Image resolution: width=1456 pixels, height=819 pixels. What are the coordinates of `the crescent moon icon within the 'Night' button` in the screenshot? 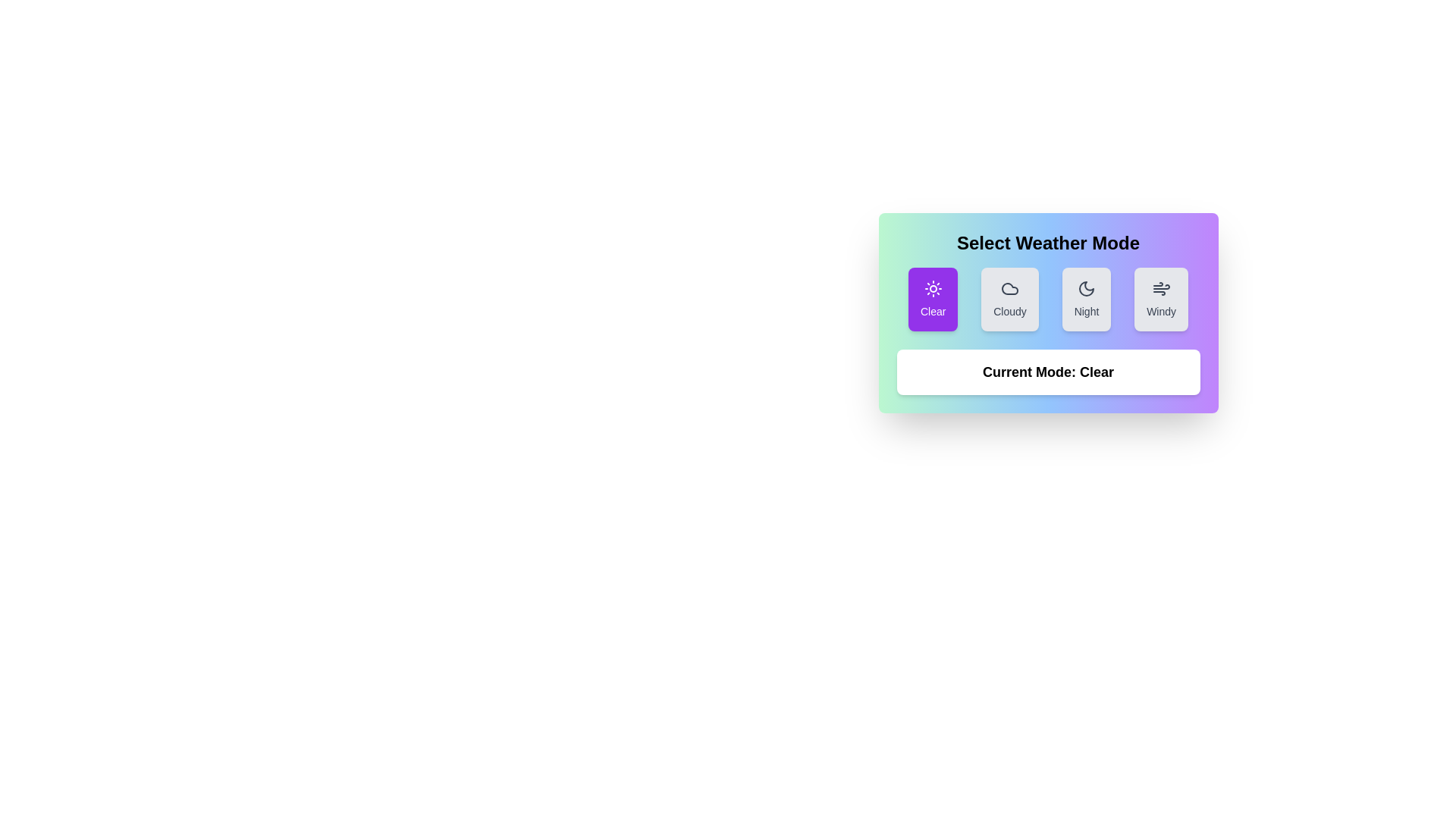 It's located at (1085, 289).